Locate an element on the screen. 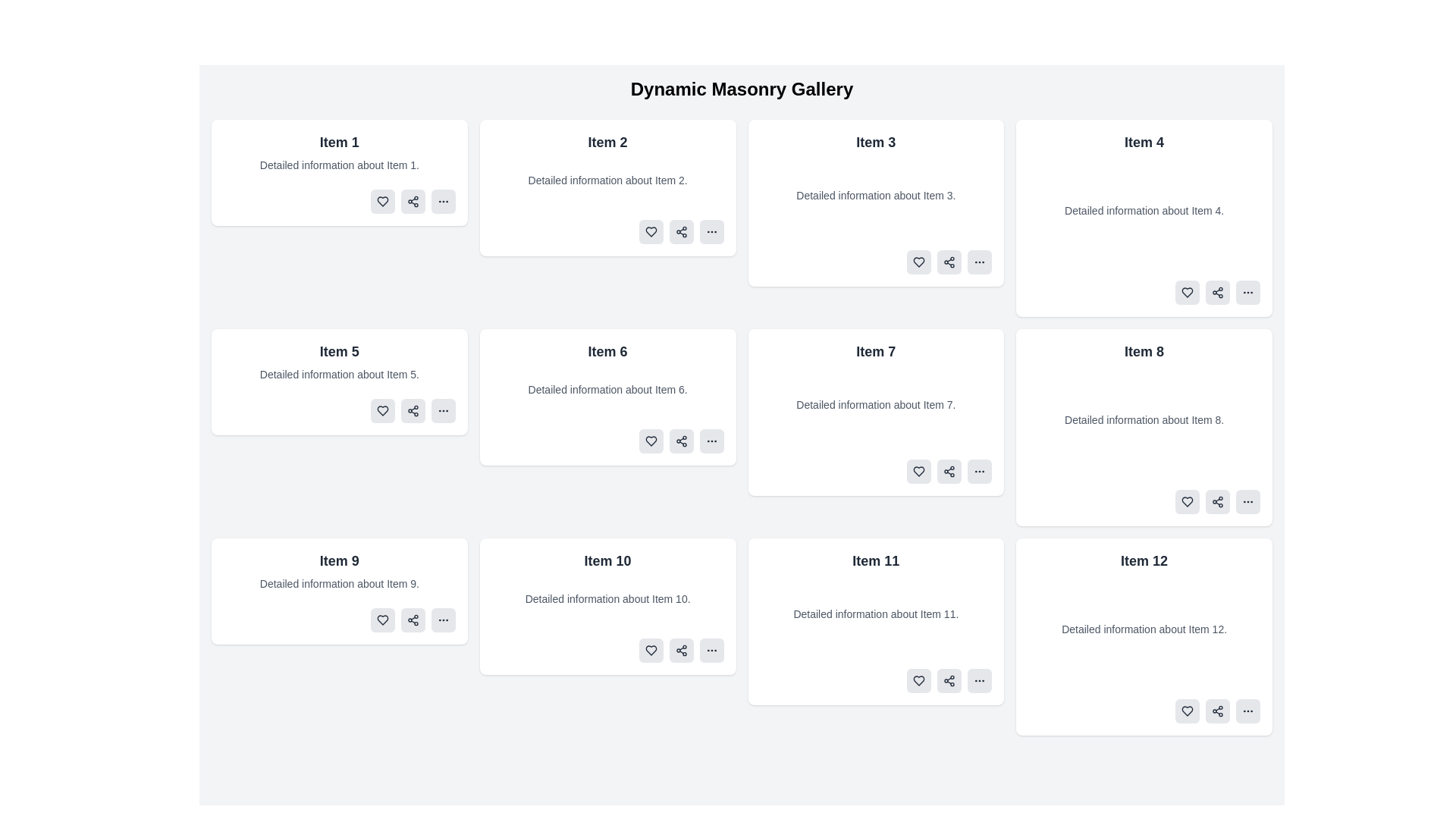 This screenshot has width=1456, height=819. the heart icon button with a gray background located in the action toolbar under Item 3 in the third column of the first row to like or unlike is located at coordinates (918, 262).